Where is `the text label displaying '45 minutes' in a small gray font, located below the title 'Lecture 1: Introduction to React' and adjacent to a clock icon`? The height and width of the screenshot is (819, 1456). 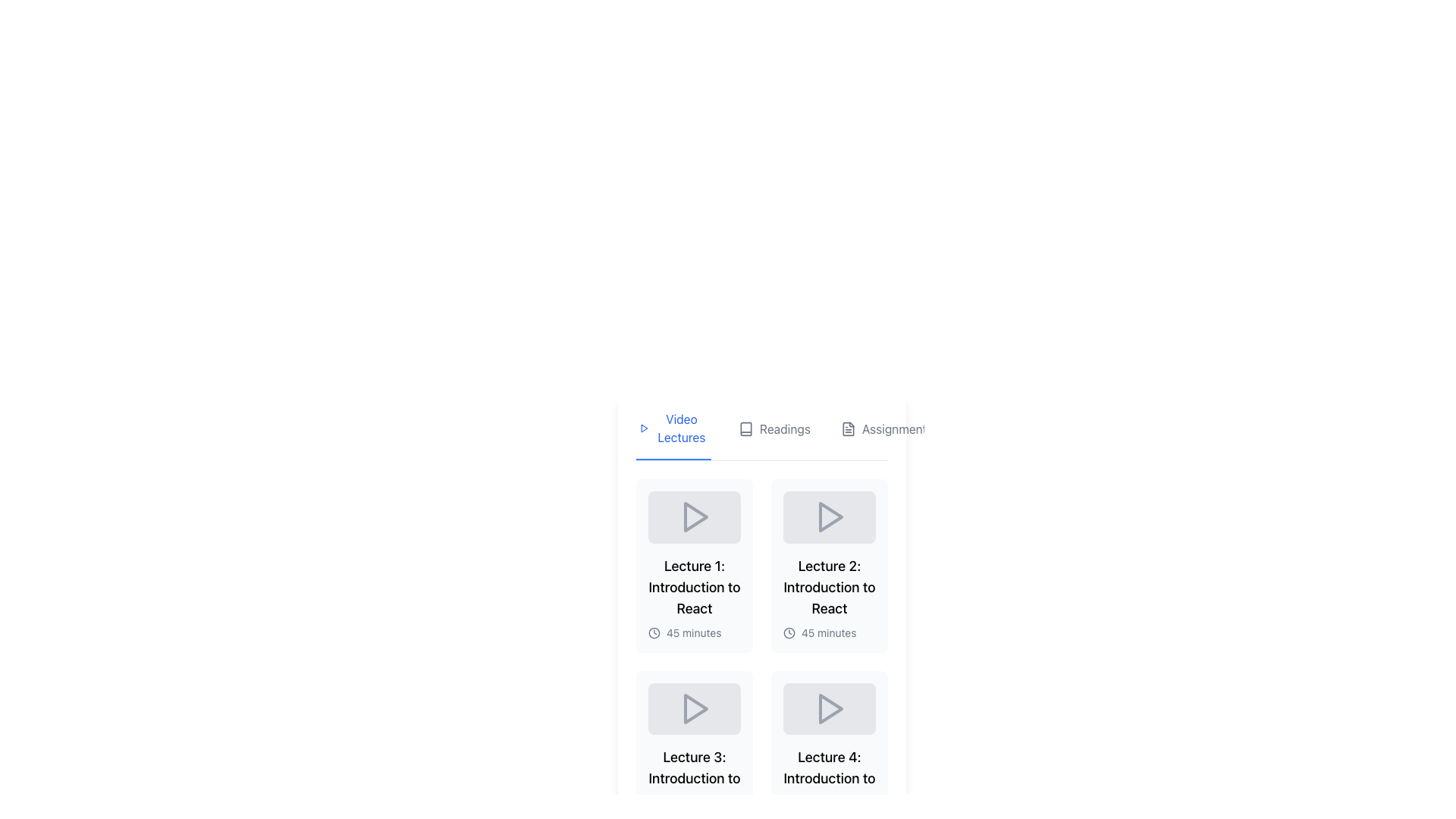
the text label displaying '45 minutes' in a small gray font, located below the title 'Lecture 1: Introduction to React' and adjacent to a clock icon is located at coordinates (693, 632).